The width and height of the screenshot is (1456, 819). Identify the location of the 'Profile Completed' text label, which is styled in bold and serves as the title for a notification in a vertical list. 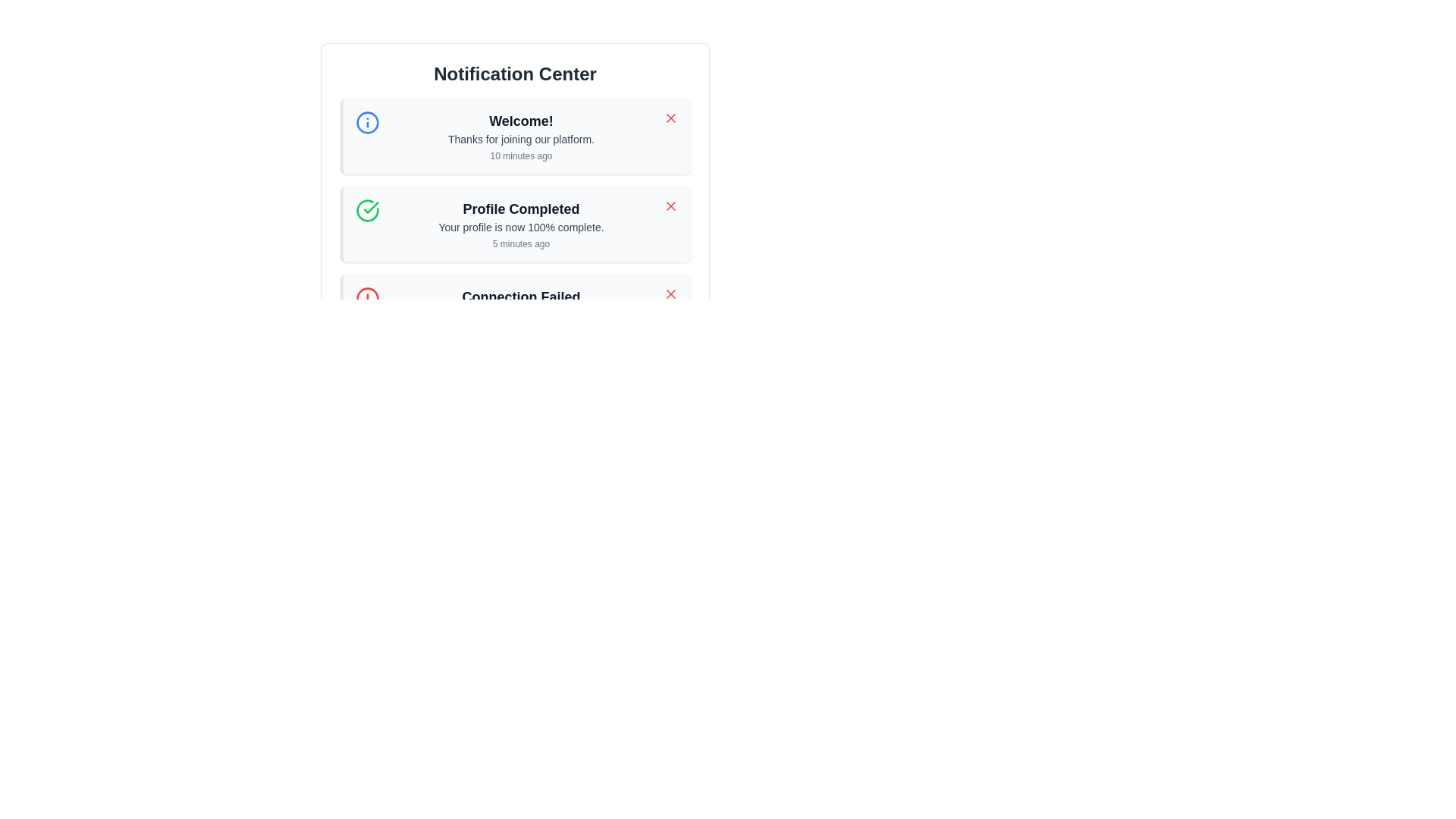
(521, 209).